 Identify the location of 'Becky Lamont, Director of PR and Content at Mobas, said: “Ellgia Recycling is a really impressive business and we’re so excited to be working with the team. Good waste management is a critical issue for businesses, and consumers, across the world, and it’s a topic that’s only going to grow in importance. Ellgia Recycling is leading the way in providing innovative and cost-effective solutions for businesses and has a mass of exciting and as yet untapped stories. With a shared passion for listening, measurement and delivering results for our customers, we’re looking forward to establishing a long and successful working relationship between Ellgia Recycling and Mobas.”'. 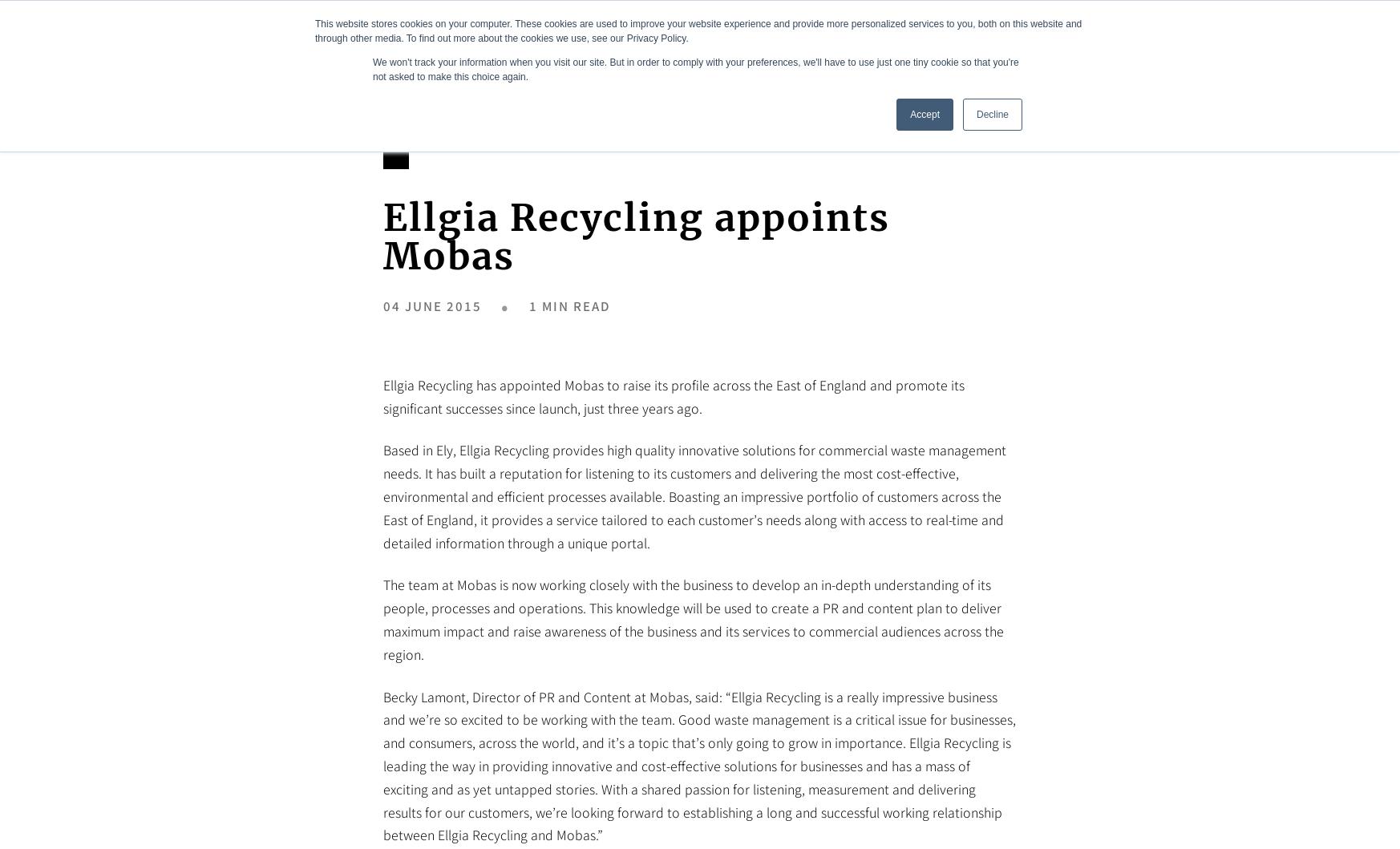
(699, 764).